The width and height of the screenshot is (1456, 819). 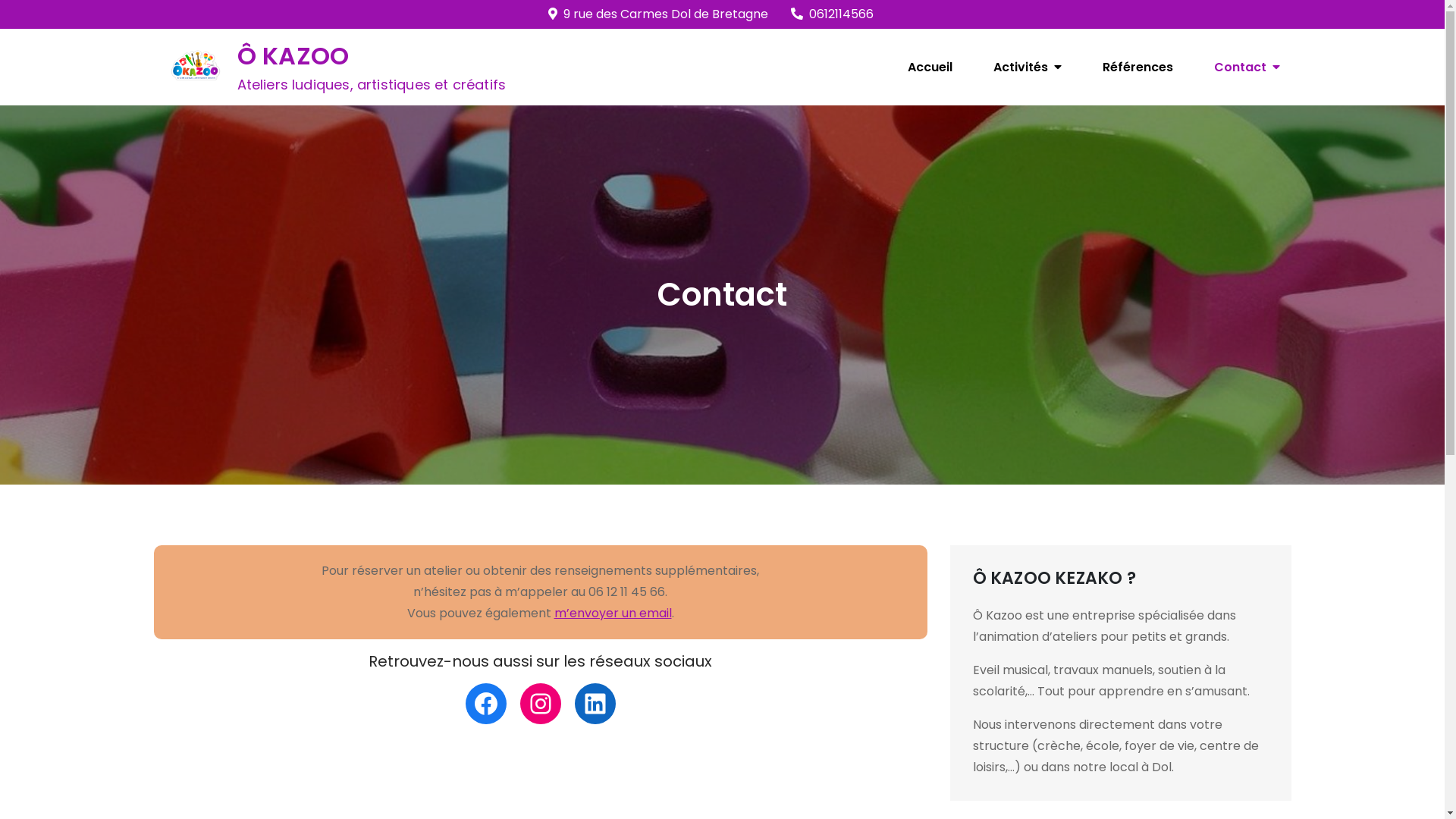 I want to click on 'LinkedIn', so click(x=595, y=704).